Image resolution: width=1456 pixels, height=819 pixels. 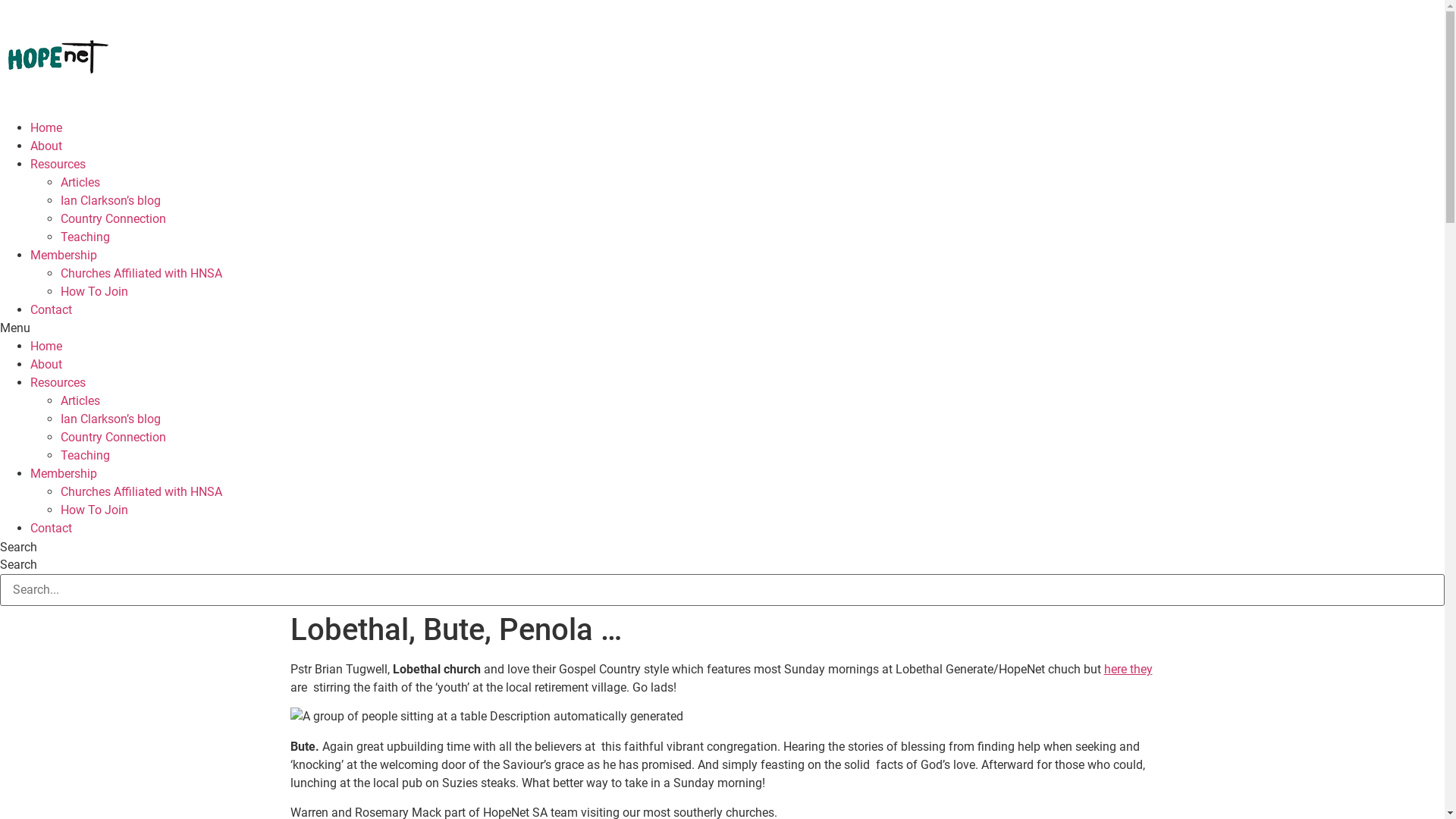 What do you see at coordinates (141, 491) in the screenshot?
I see `'Churches Affiliated with HNSA'` at bounding box center [141, 491].